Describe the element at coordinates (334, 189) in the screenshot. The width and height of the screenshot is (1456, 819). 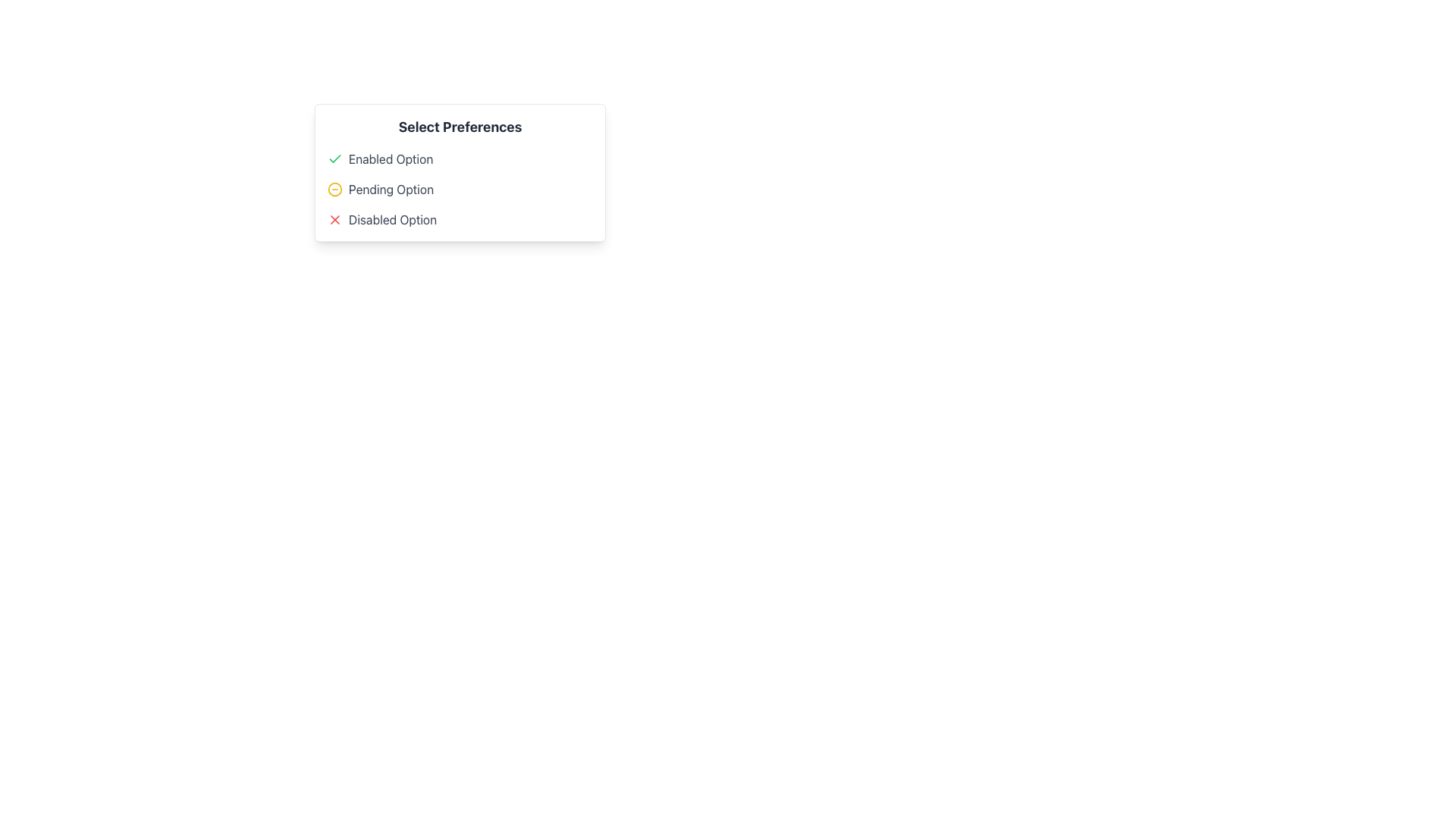
I see `the circular part of the 'circle-minus' icon representing an incomplete or pending status located to the left of the text 'Pending Option' in the preference selection list` at that location.